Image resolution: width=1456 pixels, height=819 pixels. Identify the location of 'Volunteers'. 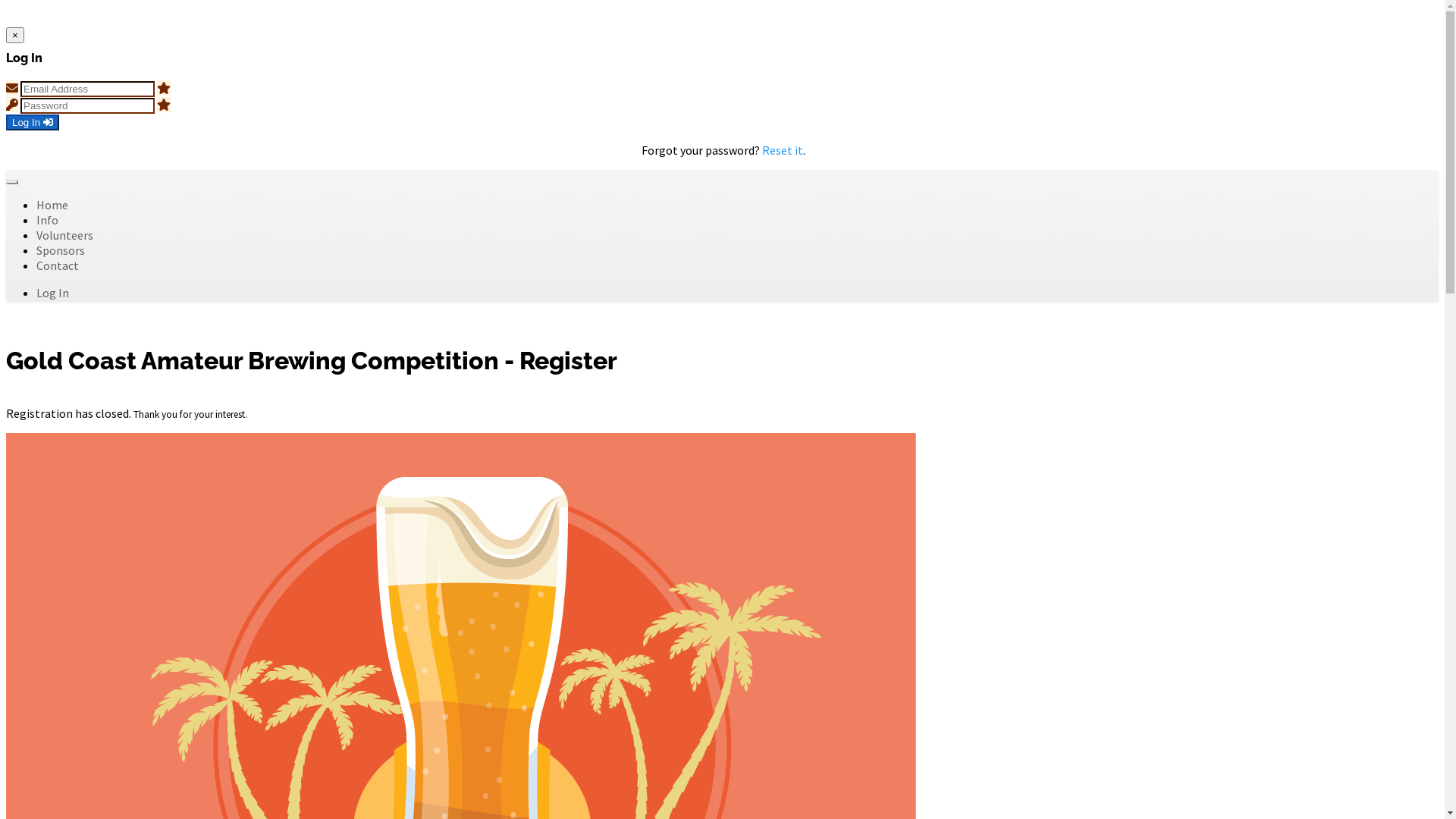
(64, 234).